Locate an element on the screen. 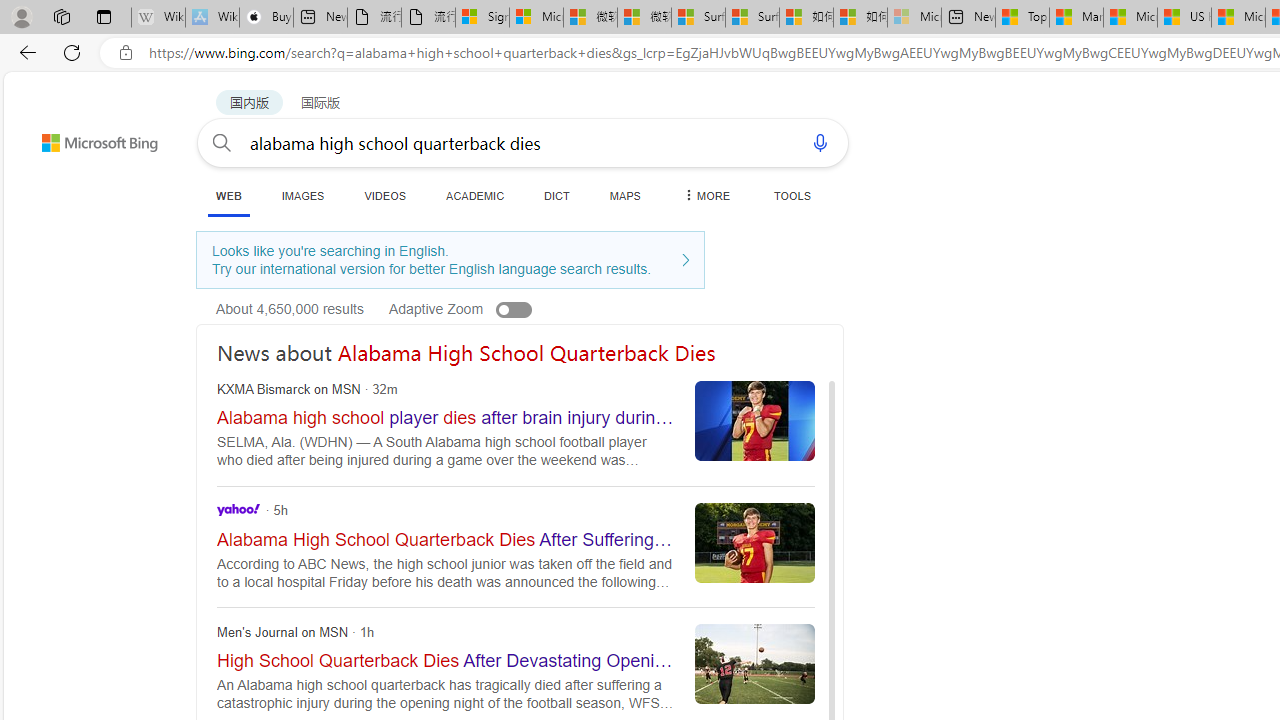 This screenshot has width=1280, height=720. 'WEB' is located at coordinates (228, 197).